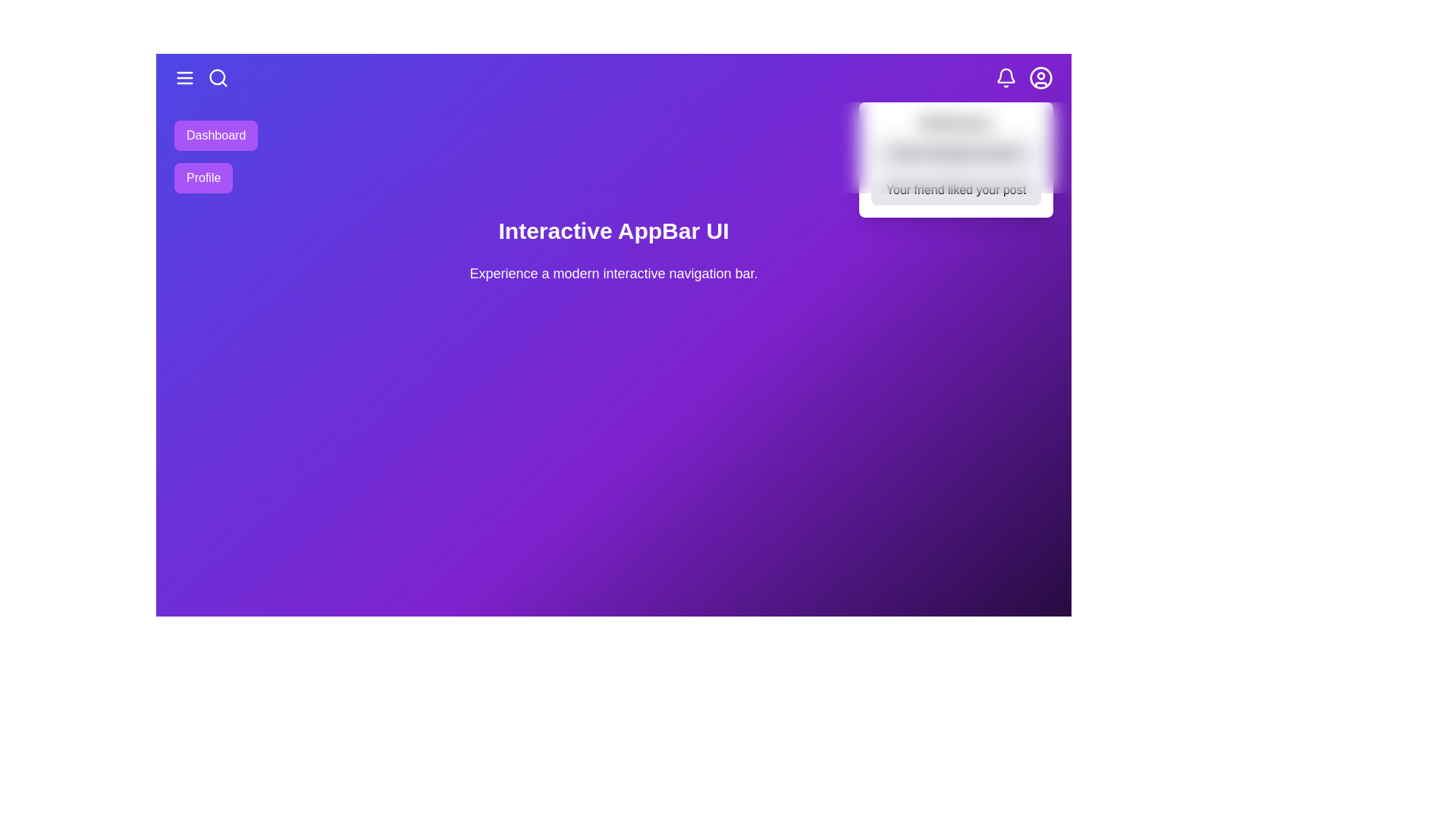 The height and width of the screenshot is (819, 1456). I want to click on the Dashboard button to navigate to the Dashboard section, so click(215, 134).